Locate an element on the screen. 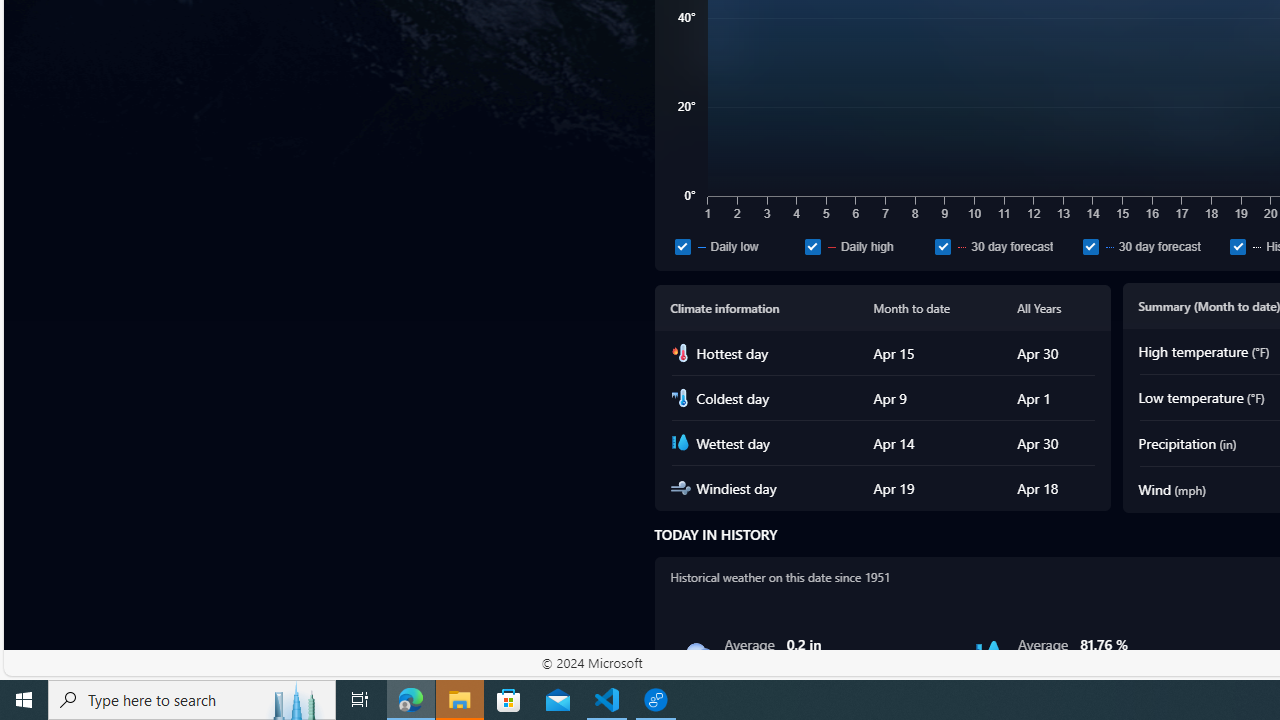  '30 day forecast' is located at coordinates (1152, 245).